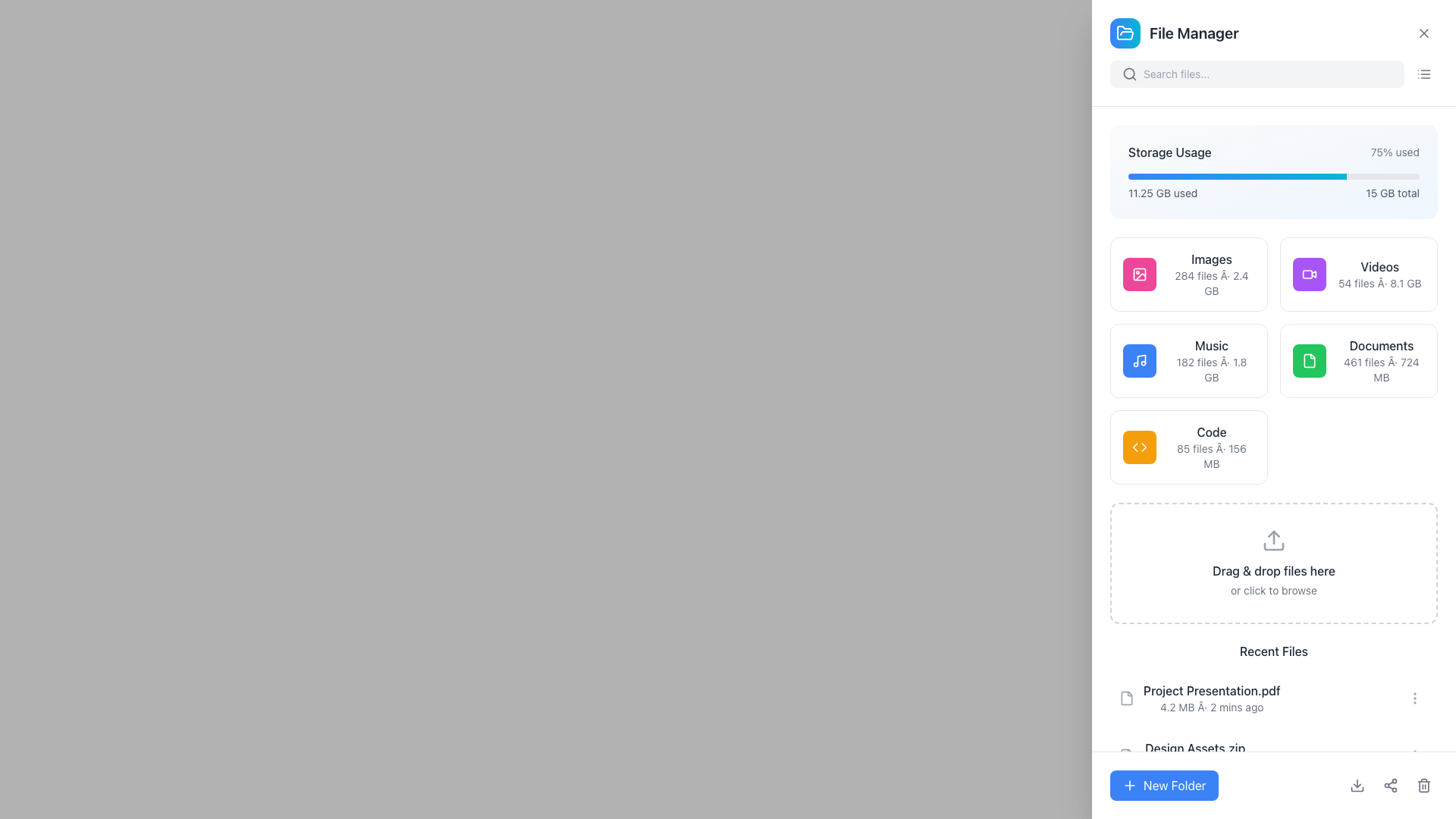 The height and width of the screenshot is (819, 1456). I want to click on the 'Images' category label, which serves as a non-interactive informational text element positioned at the top of the file manager card, indicating the content type, so click(1211, 259).